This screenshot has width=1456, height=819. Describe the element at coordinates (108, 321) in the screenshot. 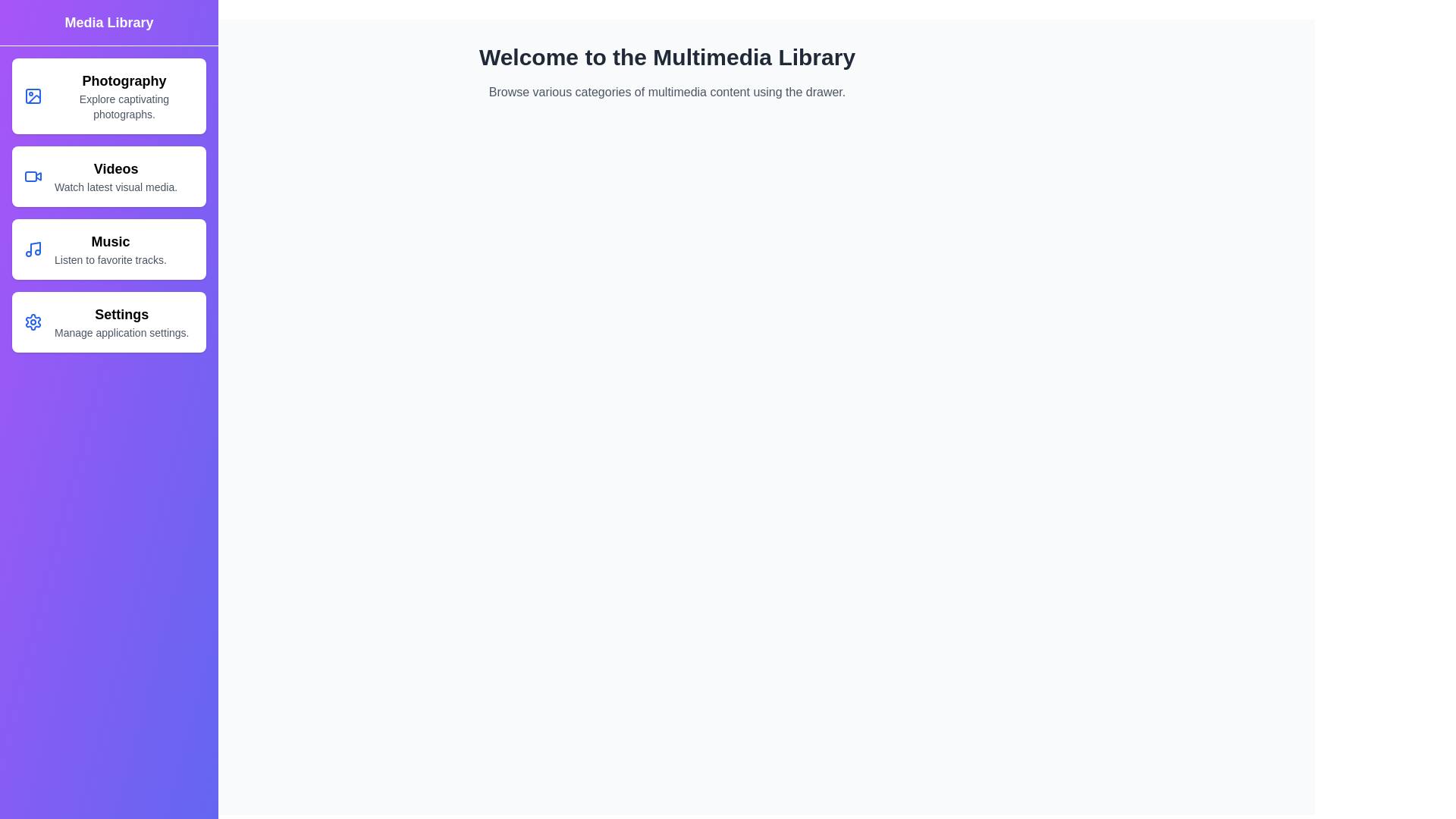

I see `the Settings category in the MultimediaDrawer` at that location.